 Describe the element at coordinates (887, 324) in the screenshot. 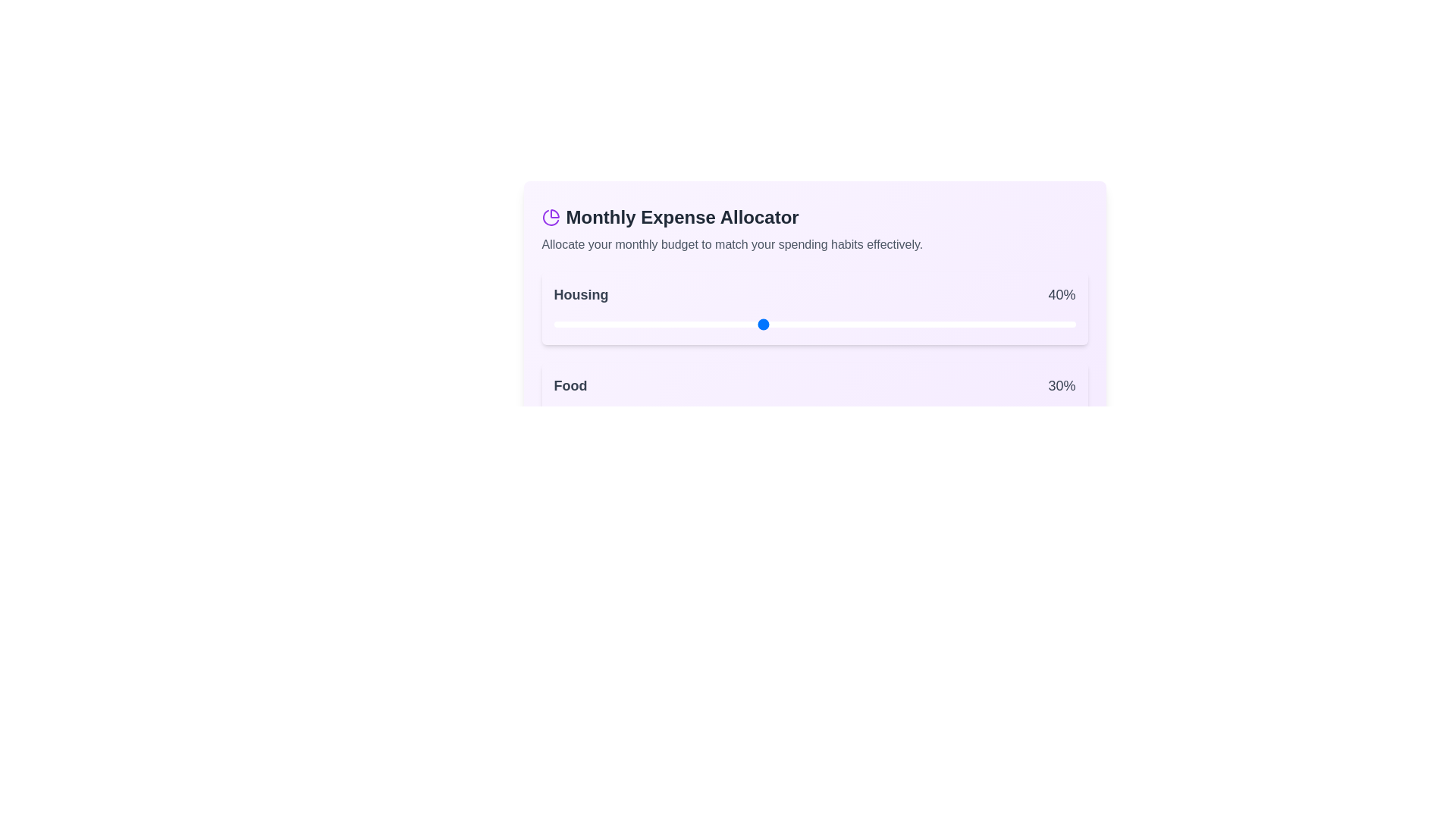

I see `the value of the 'Housing' percentage slider` at that location.